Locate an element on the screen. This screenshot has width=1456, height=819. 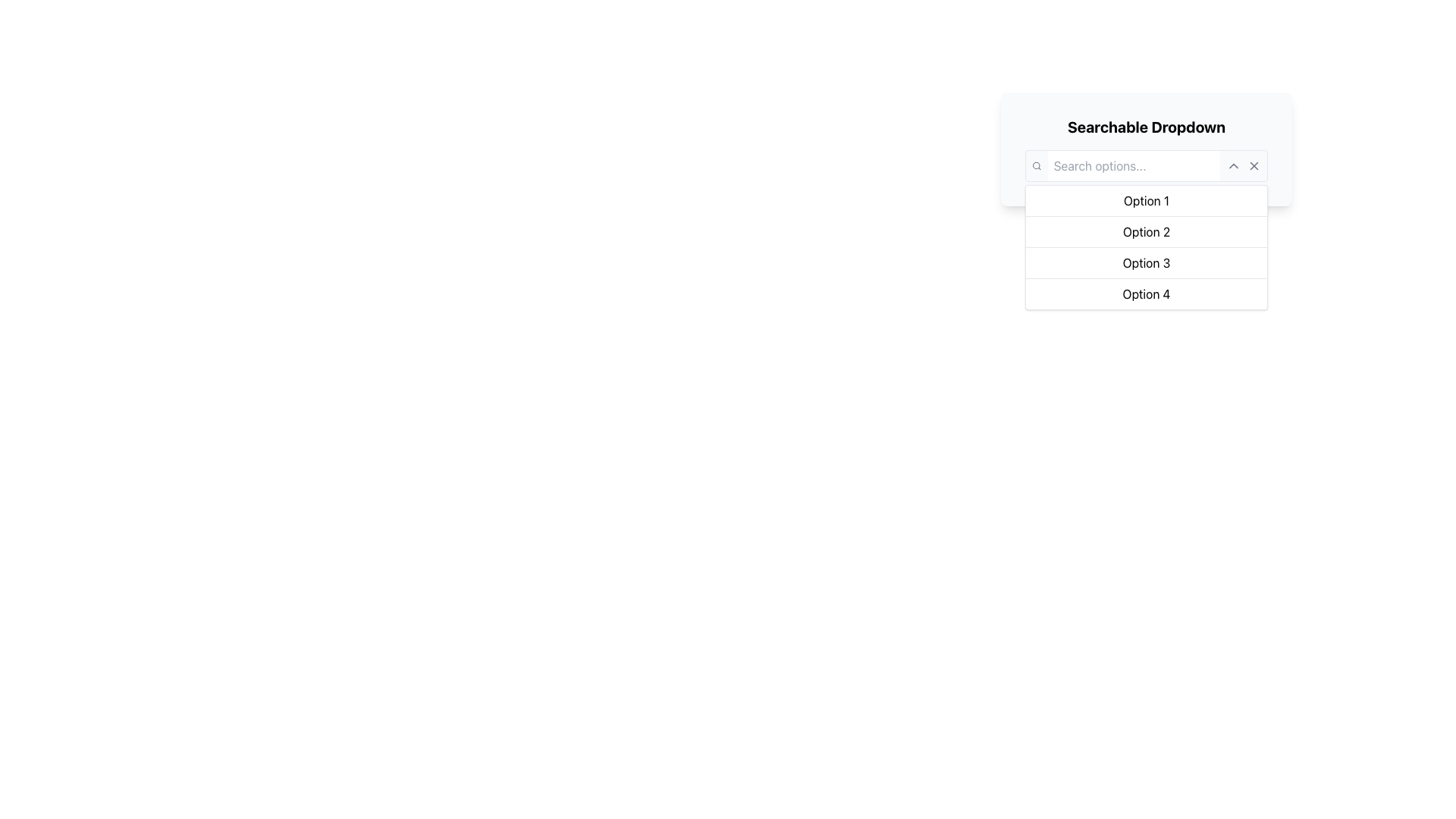
the text input box for entering search terms, which is styled with padding and has a placeholder text 'Search options...' is located at coordinates (1133, 166).